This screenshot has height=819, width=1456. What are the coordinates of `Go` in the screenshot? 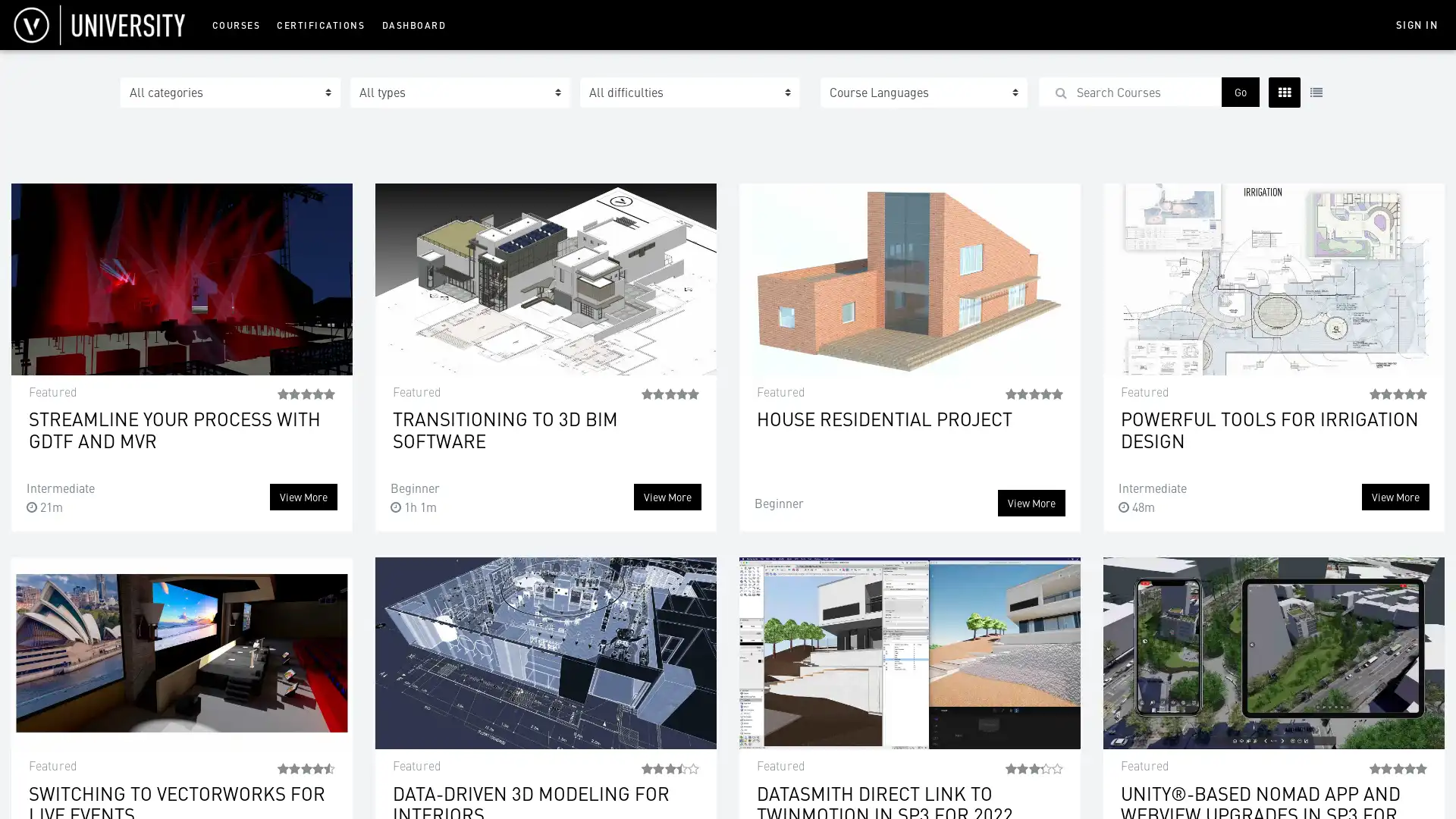 It's located at (1240, 92).